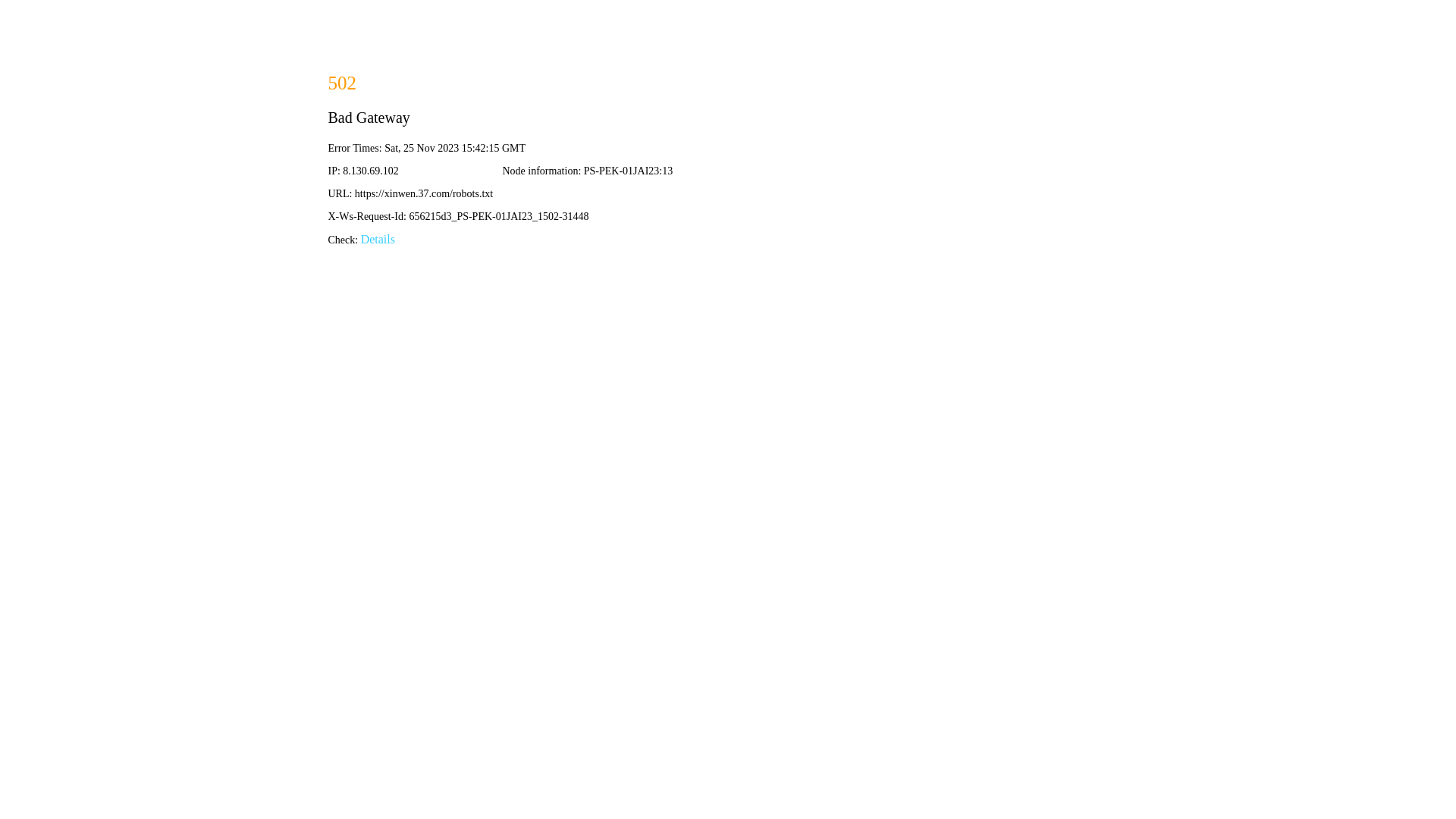  Describe the element at coordinates (378, 239) in the screenshot. I see `'Details'` at that location.